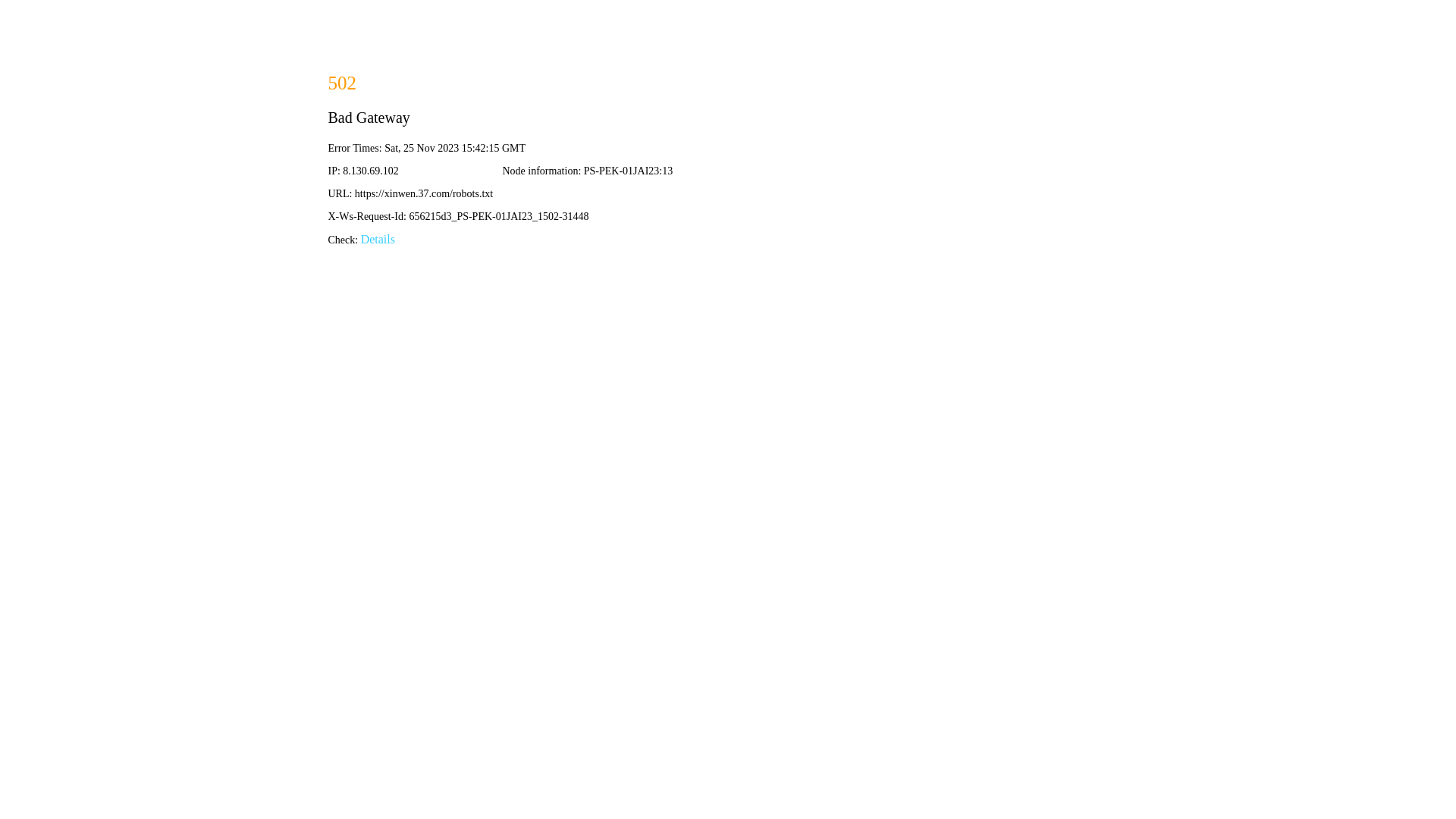  Describe the element at coordinates (378, 239) in the screenshot. I see `'Details'` at that location.